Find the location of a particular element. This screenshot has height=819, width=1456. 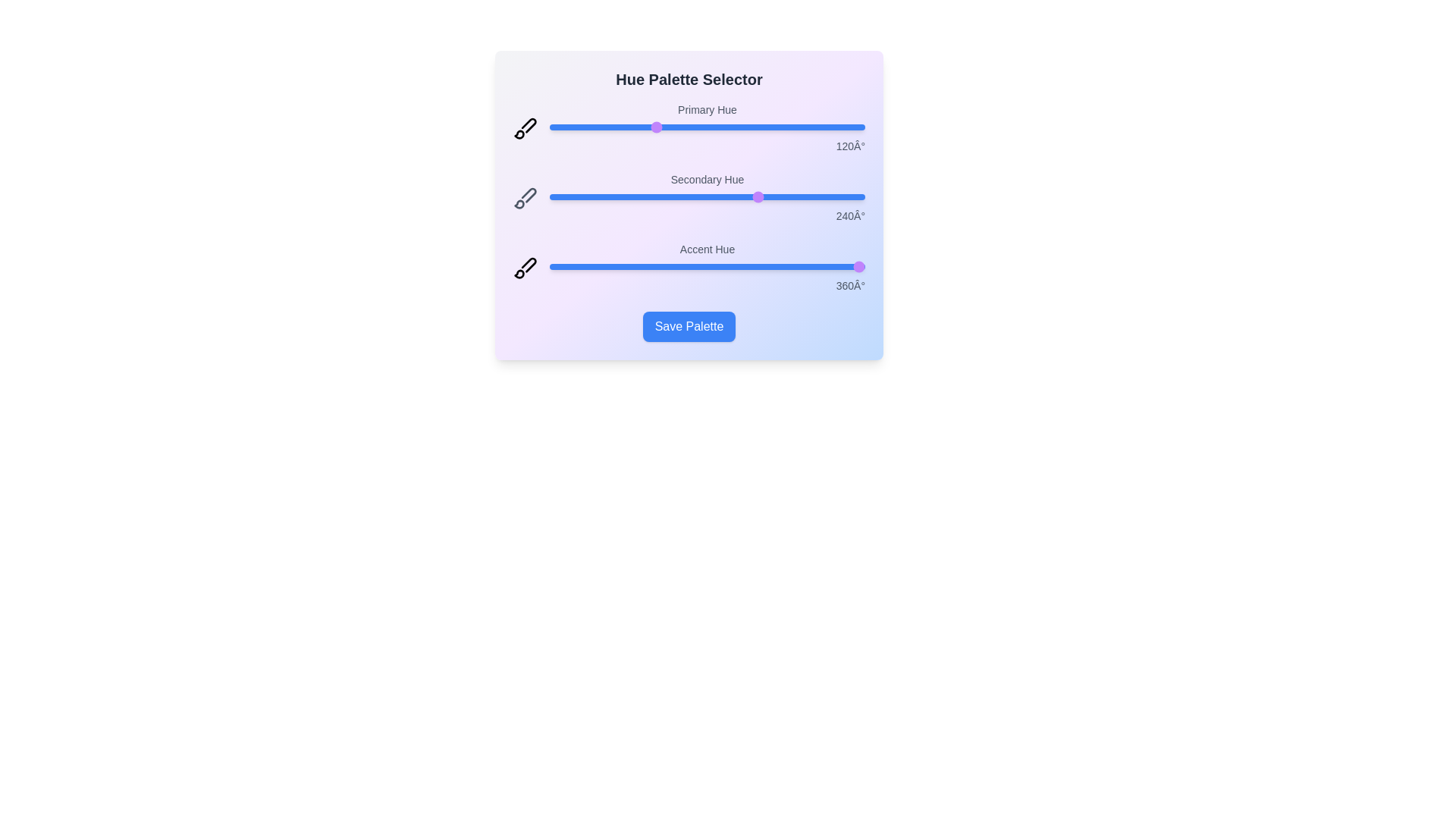

the 'Primary Hue' slider to 33 degrees is located at coordinates (578, 127).